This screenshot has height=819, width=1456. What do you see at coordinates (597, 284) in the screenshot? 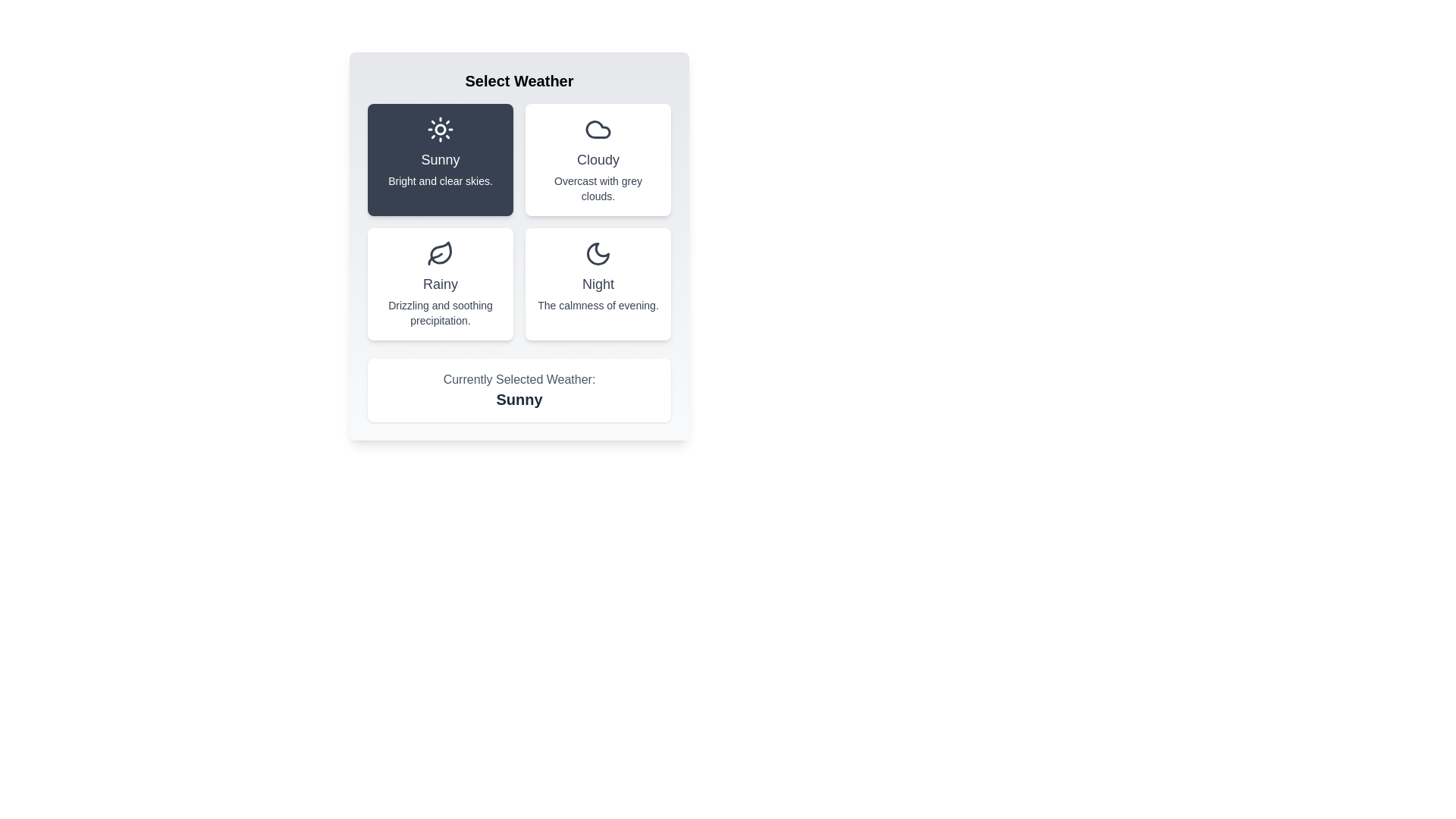
I see `the weather type Night by clicking on its corresponding button` at bounding box center [597, 284].